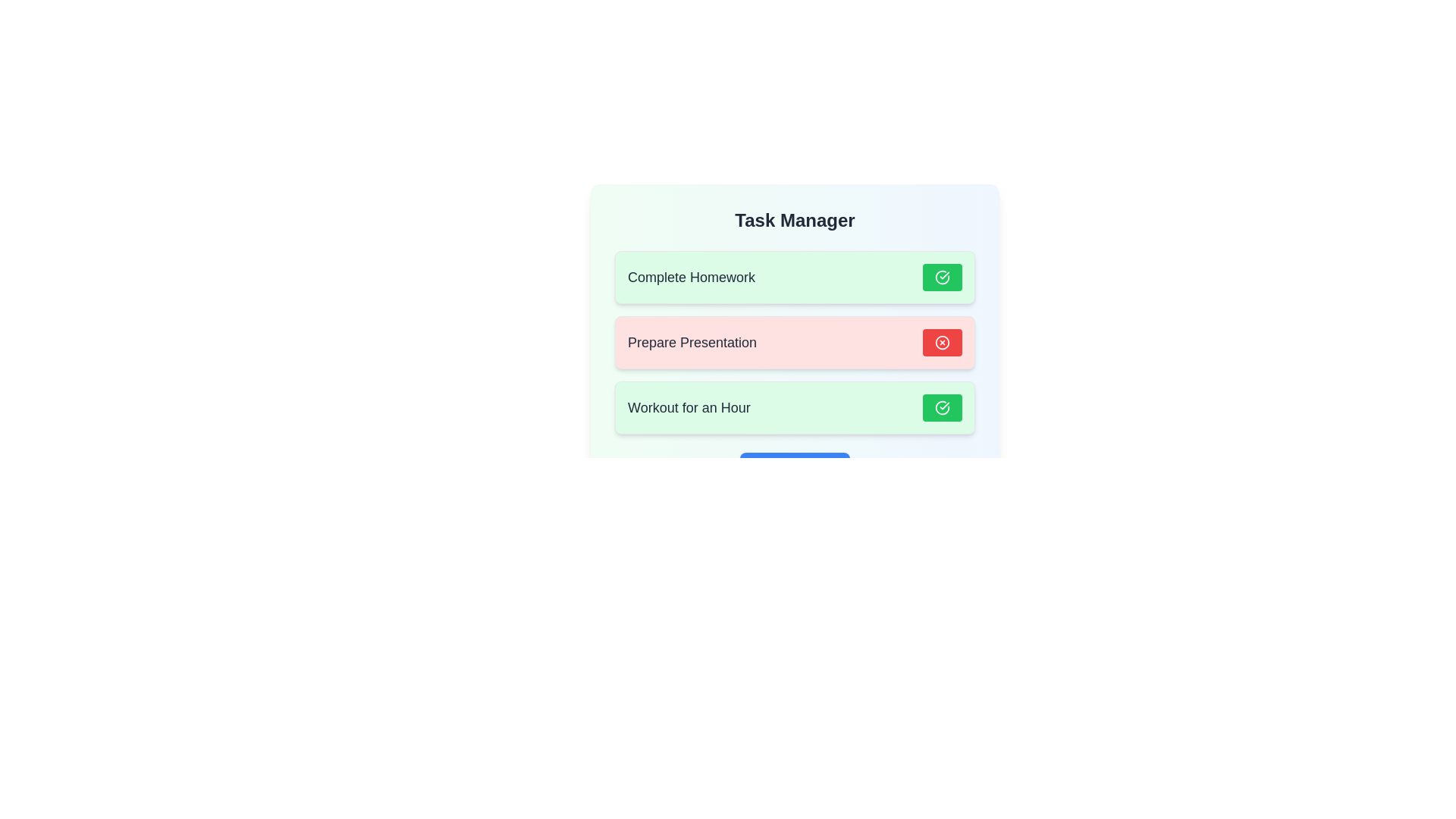  I want to click on the 'Add Task' button to add a new task, so click(794, 467).